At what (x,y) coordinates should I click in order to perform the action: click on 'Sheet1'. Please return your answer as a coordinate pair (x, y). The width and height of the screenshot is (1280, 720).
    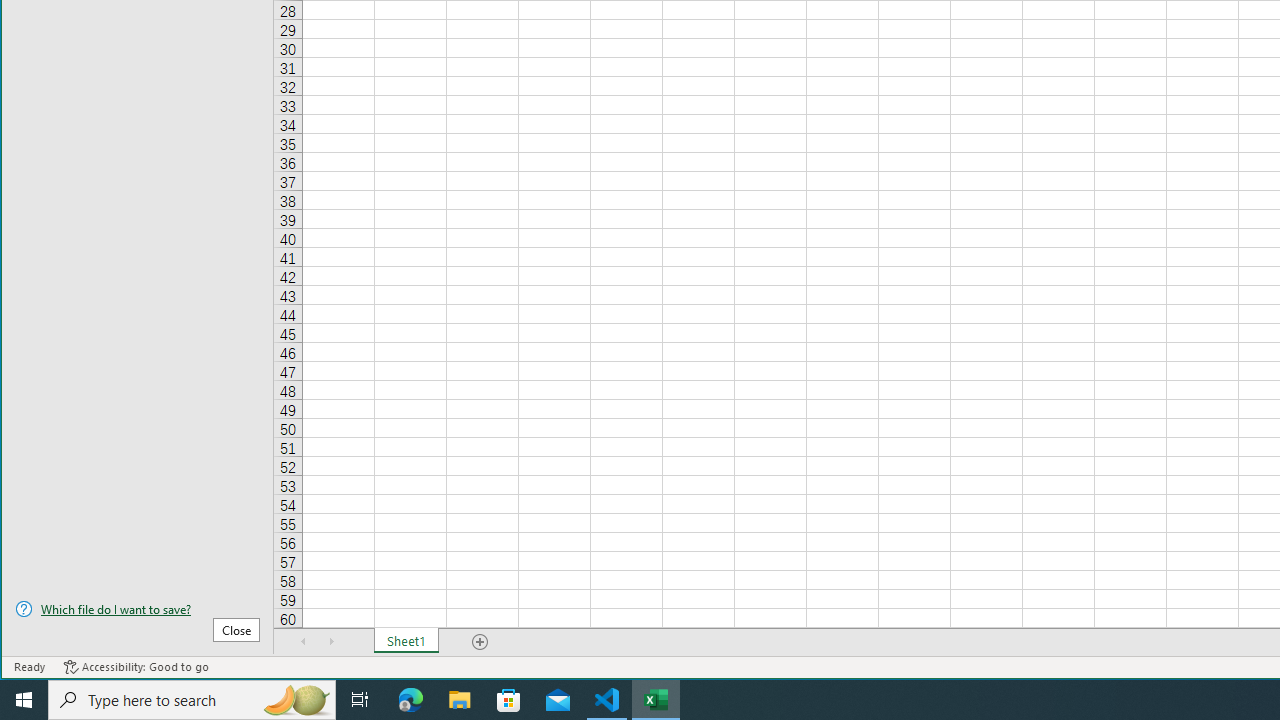
    Looking at the image, I should click on (405, 641).